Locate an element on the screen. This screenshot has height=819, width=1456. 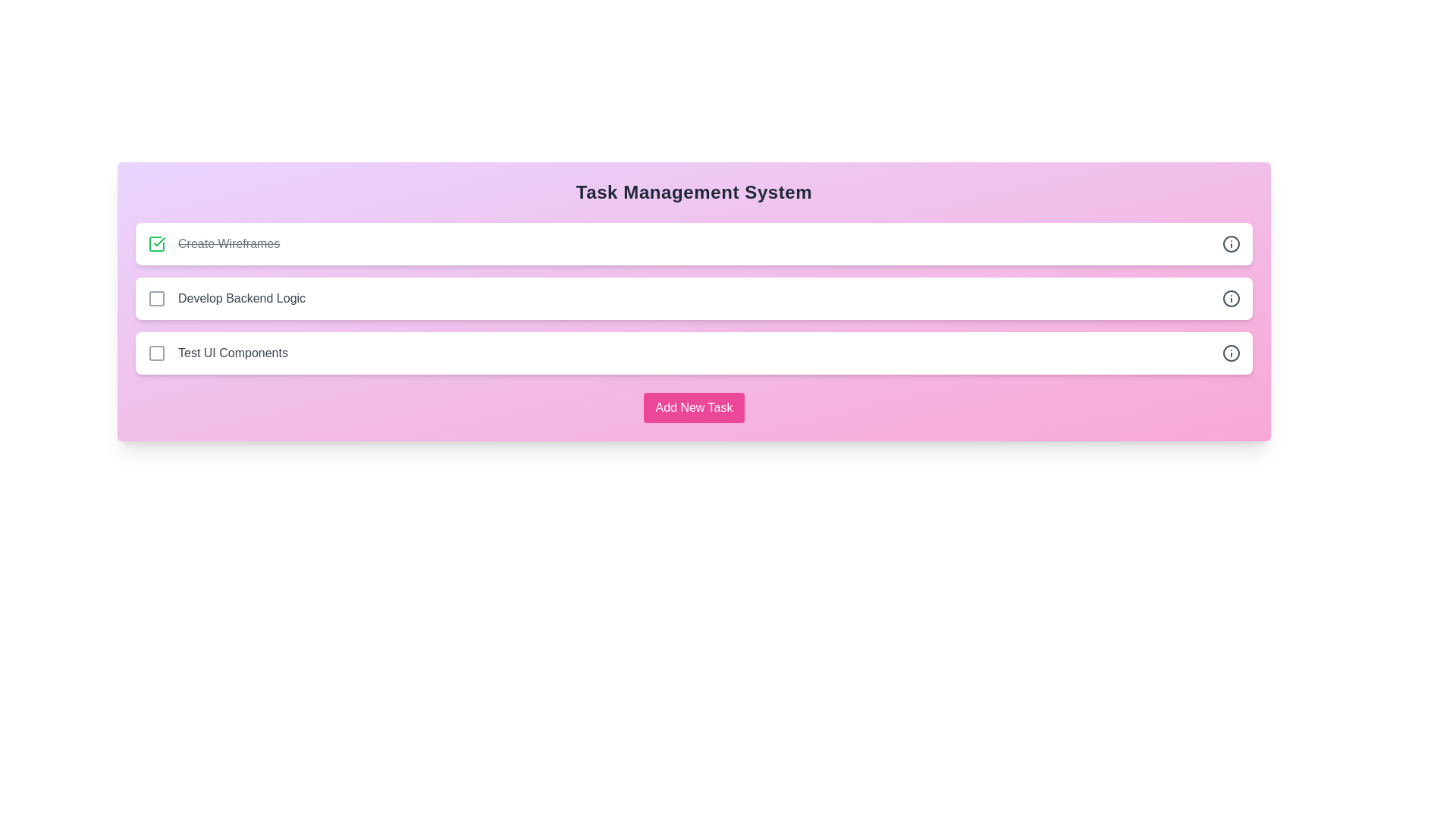
the info icon next to the task 'Develop Backend Logic' to view its details is located at coordinates (1231, 298).